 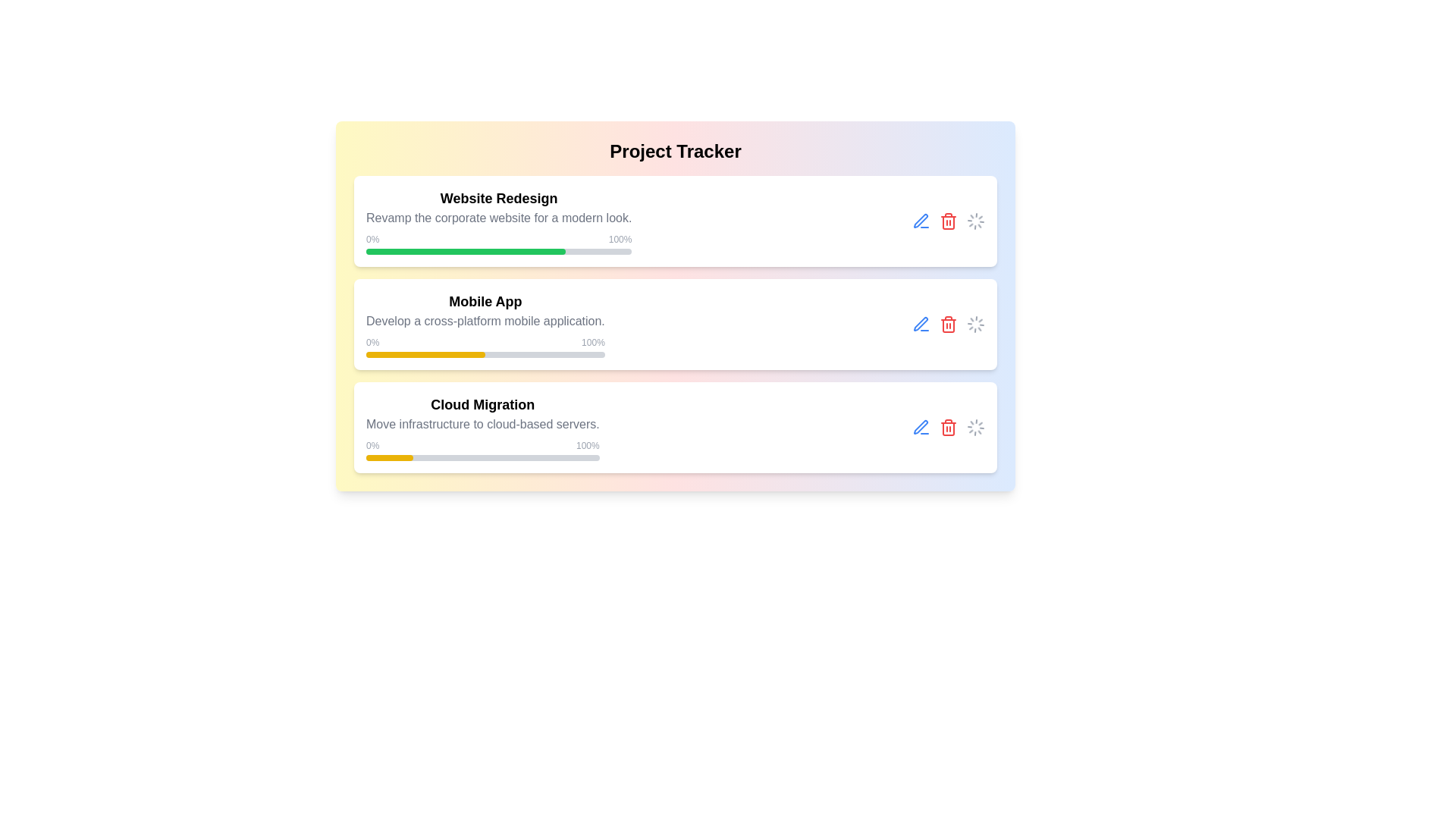 What do you see at coordinates (920, 427) in the screenshot?
I see `the edit button for the Cloud Migration project` at bounding box center [920, 427].